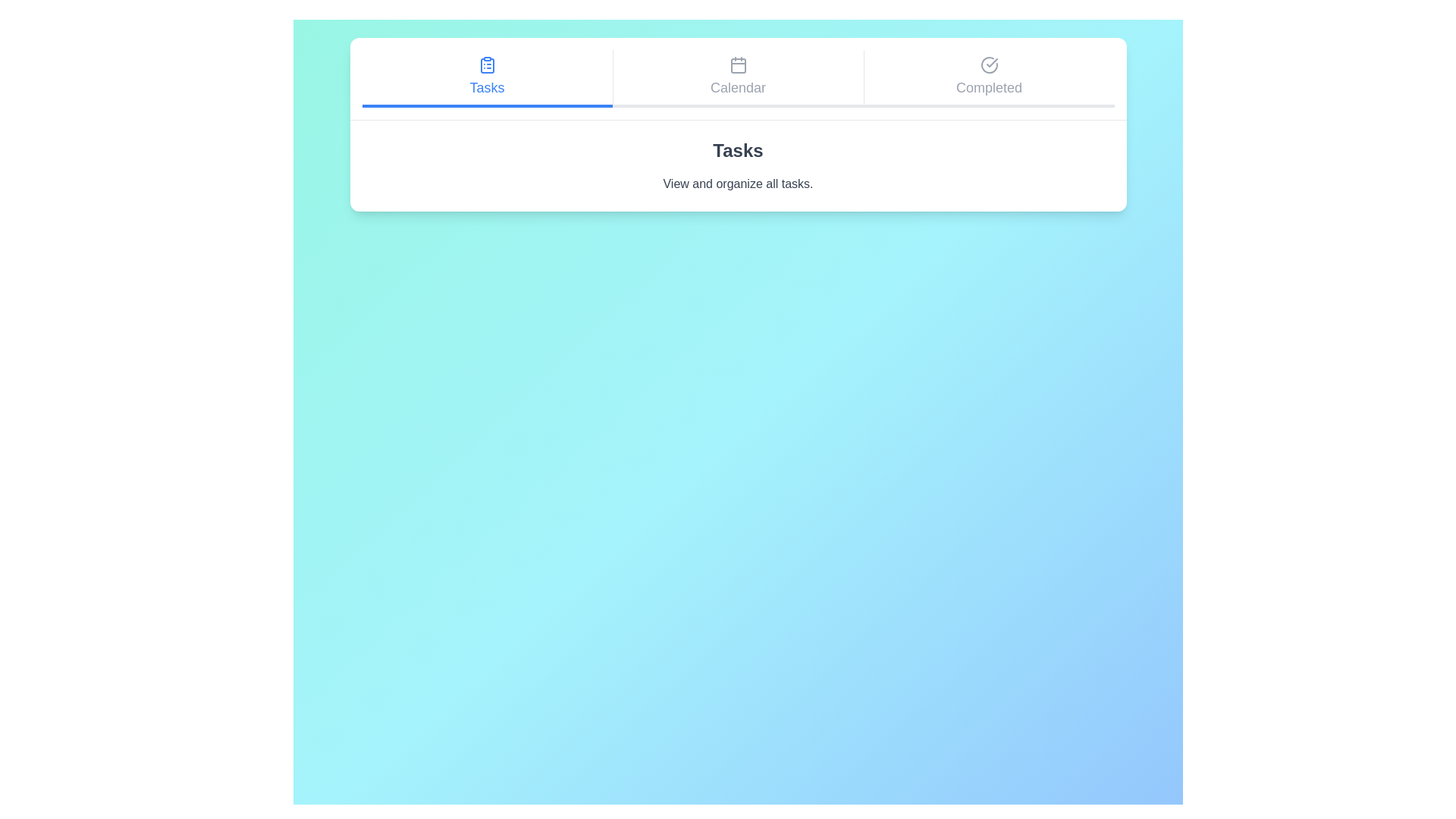  Describe the element at coordinates (989, 79) in the screenshot. I see `the Completed tab by clicking on it` at that location.